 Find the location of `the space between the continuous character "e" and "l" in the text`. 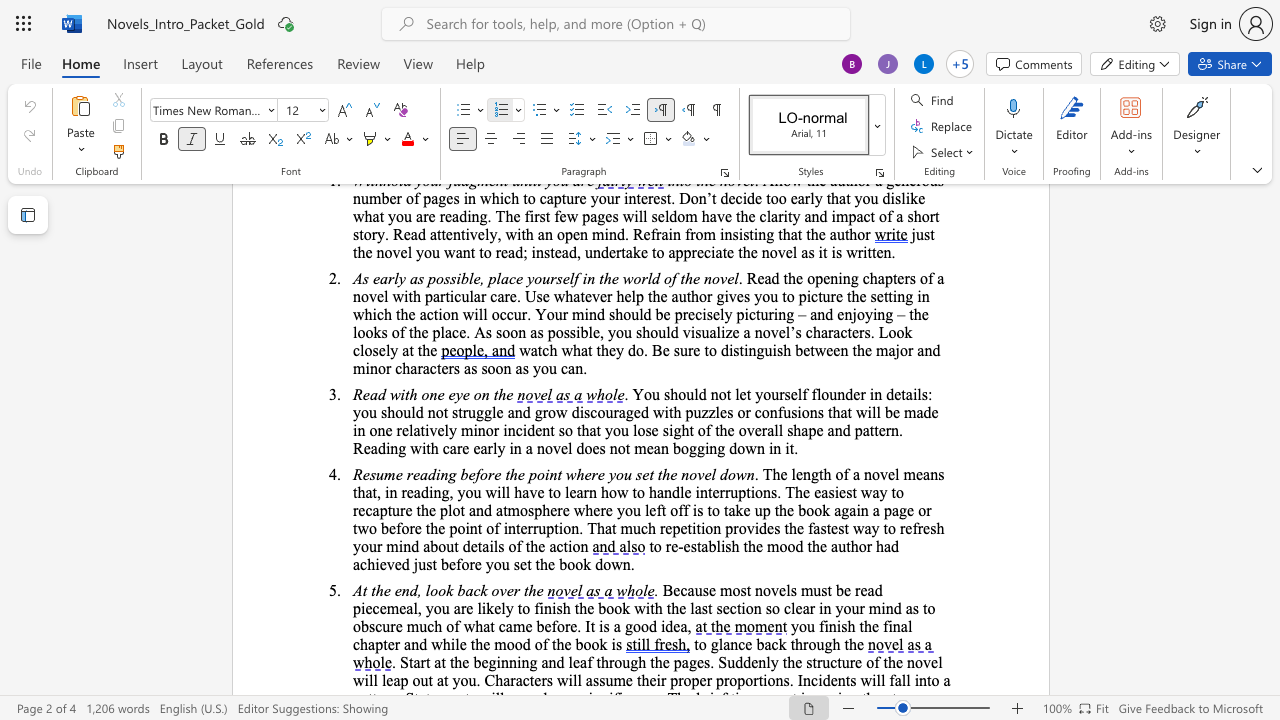

the space between the continuous character "e" and "l" in the text is located at coordinates (566, 447).